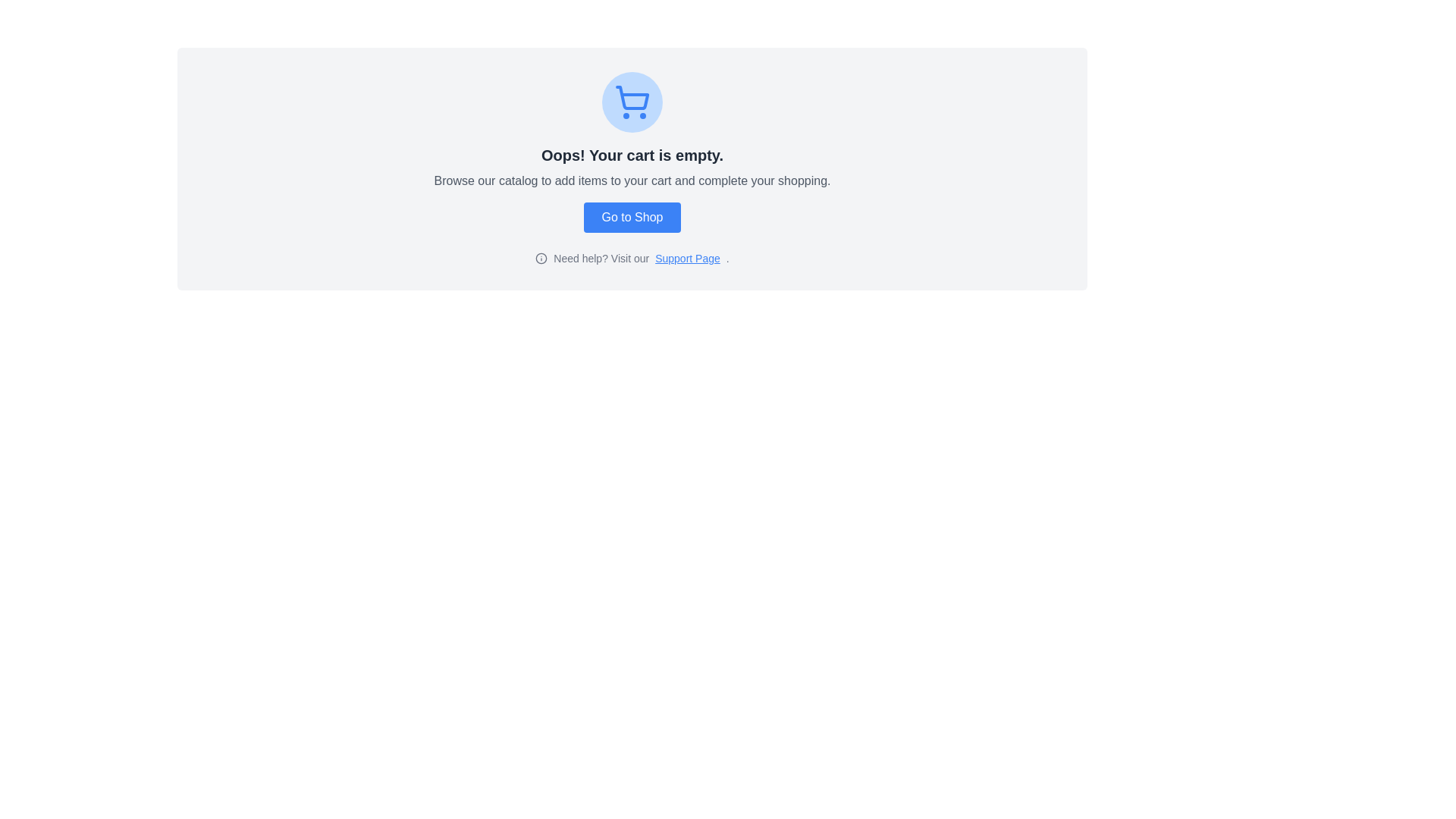  What do you see at coordinates (632, 98) in the screenshot?
I see `the central curved body of the blue cart icon, which is part of an SVG graphic at the center-top of the empty cart notice page` at bounding box center [632, 98].